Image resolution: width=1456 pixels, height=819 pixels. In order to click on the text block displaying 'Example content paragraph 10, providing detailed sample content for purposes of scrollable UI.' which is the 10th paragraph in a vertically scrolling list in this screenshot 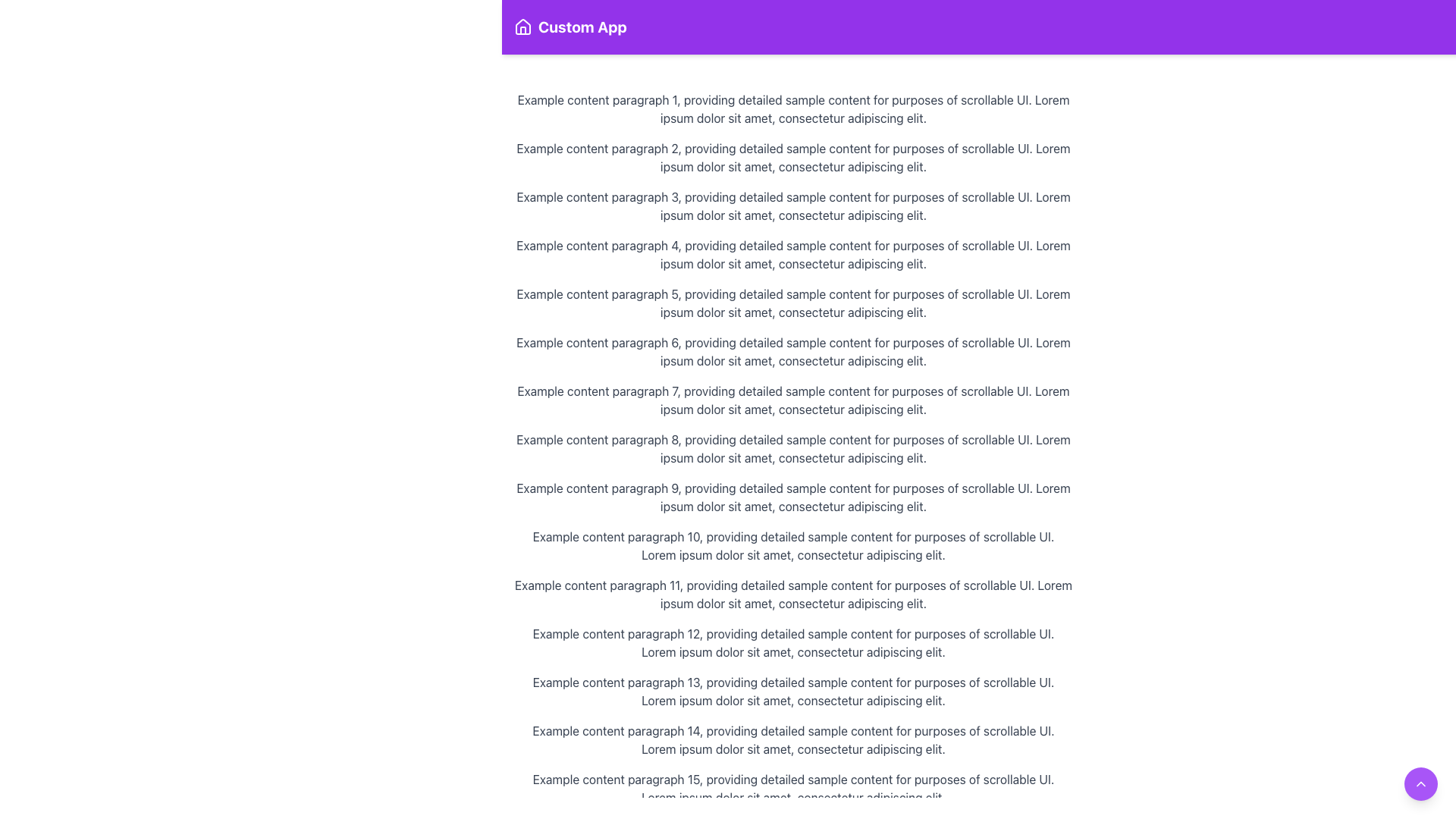, I will do `click(792, 546)`.